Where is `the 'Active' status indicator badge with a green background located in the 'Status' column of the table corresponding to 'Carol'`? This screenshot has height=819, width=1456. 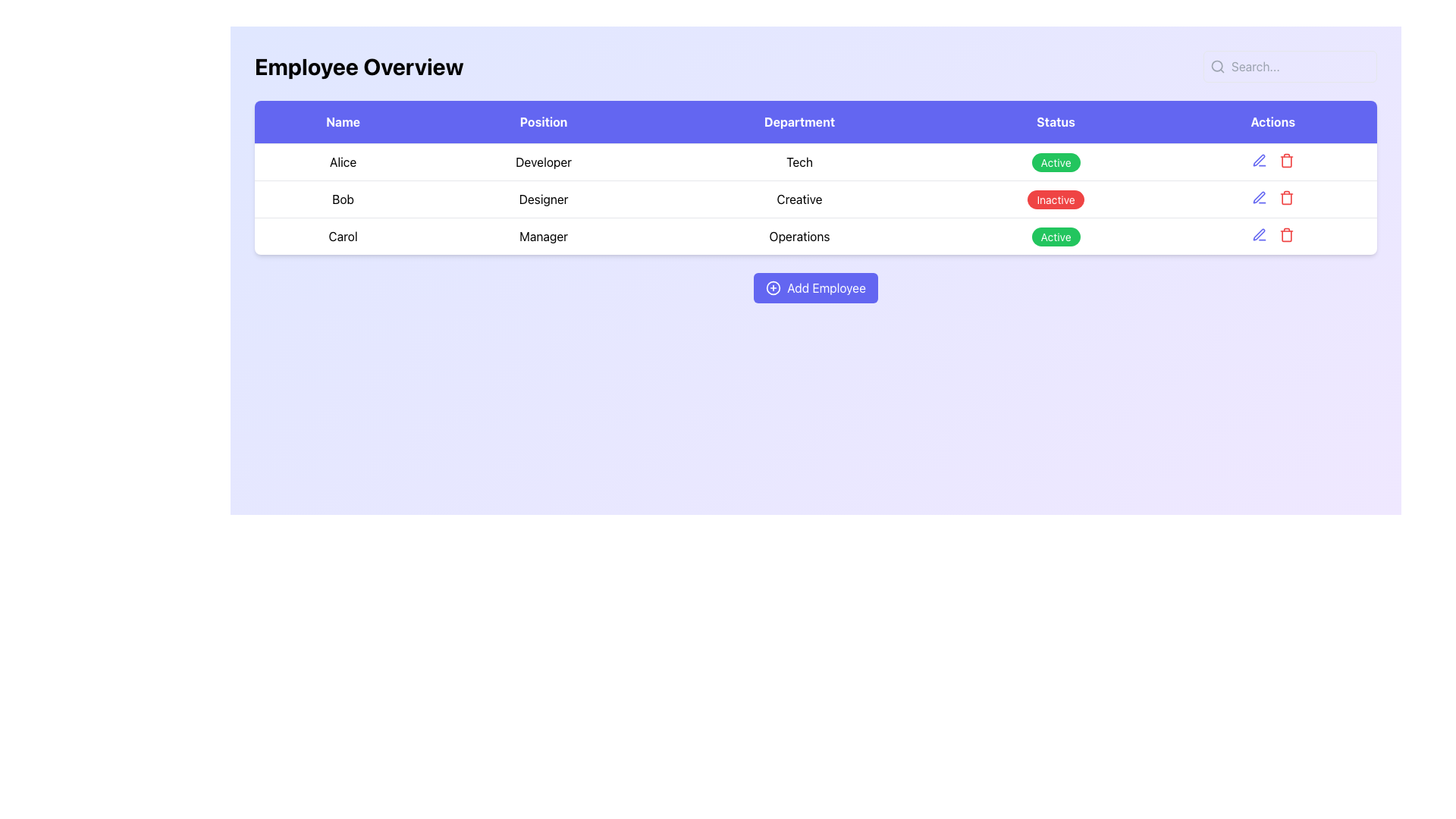
the 'Active' status indicator badge with a green background located in the 'Status' column of the table corresponding to 'Carol' is located at coordinates (1055, 236).